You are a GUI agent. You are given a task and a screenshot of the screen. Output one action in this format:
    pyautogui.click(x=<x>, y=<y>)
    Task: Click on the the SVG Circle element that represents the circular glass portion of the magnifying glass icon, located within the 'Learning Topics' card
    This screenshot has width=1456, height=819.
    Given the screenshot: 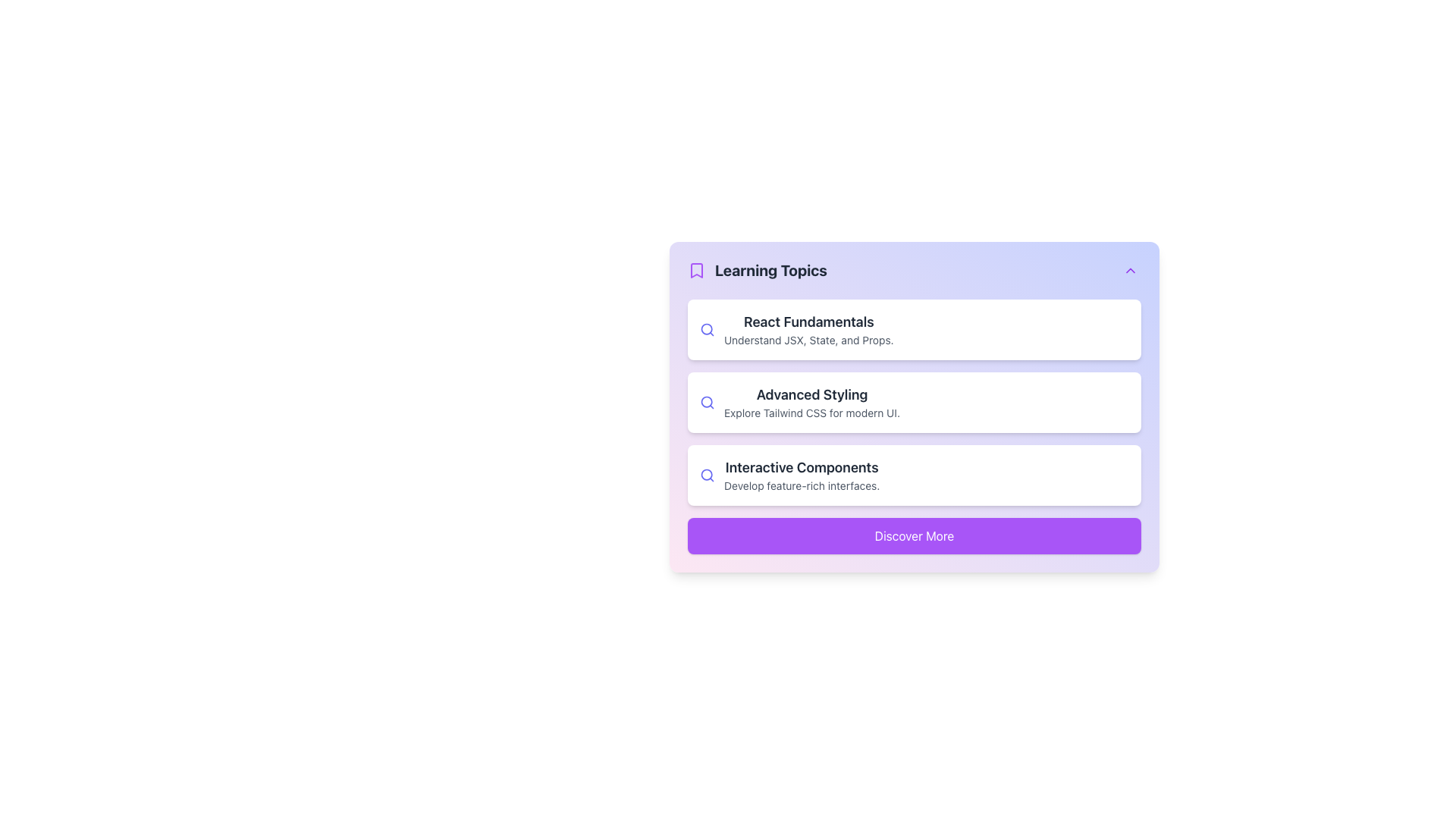 What is the action you would take?
    pyautogui.click(x=706, y=474)
    